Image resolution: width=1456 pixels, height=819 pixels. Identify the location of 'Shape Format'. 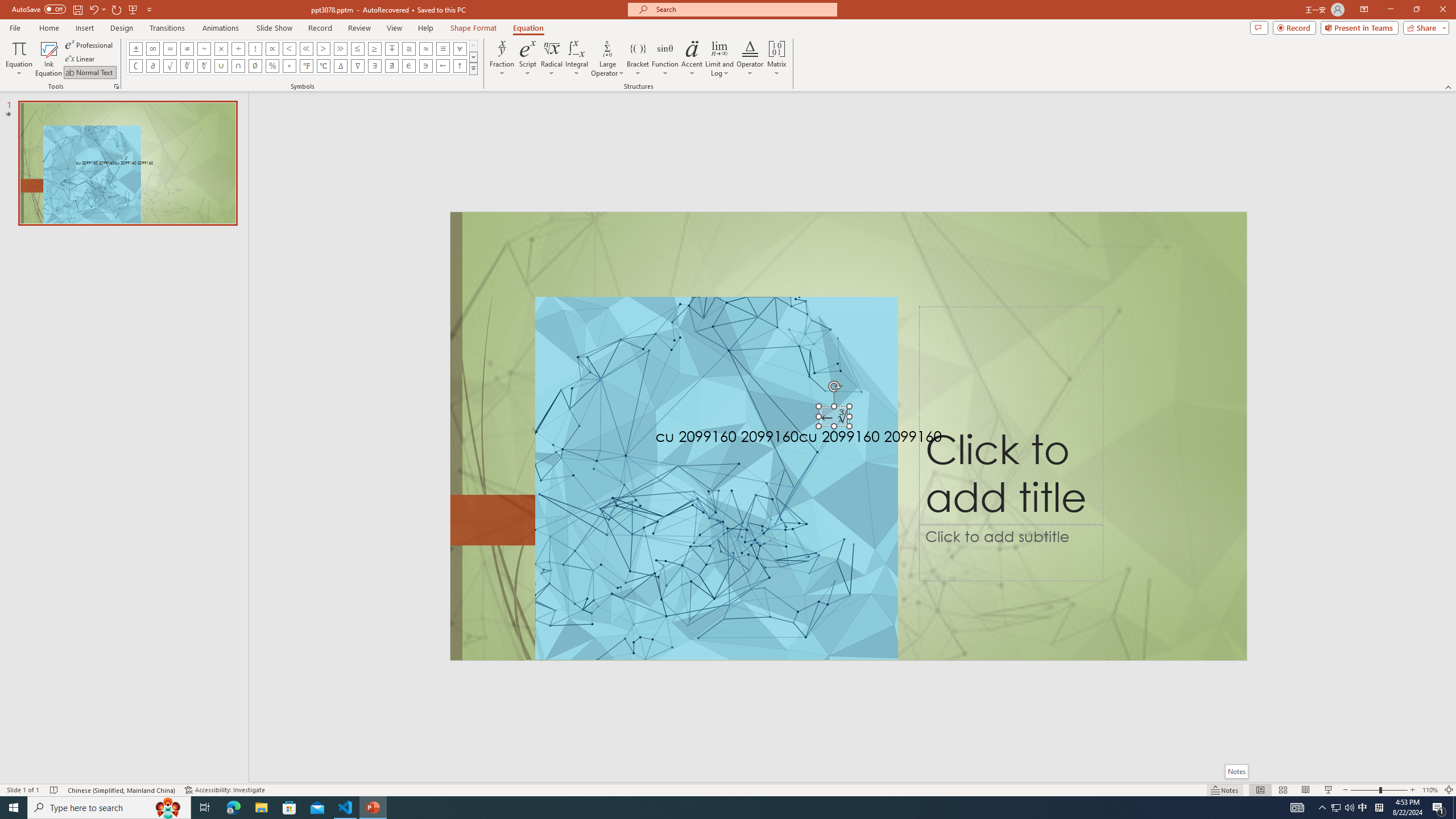
(473, 28).